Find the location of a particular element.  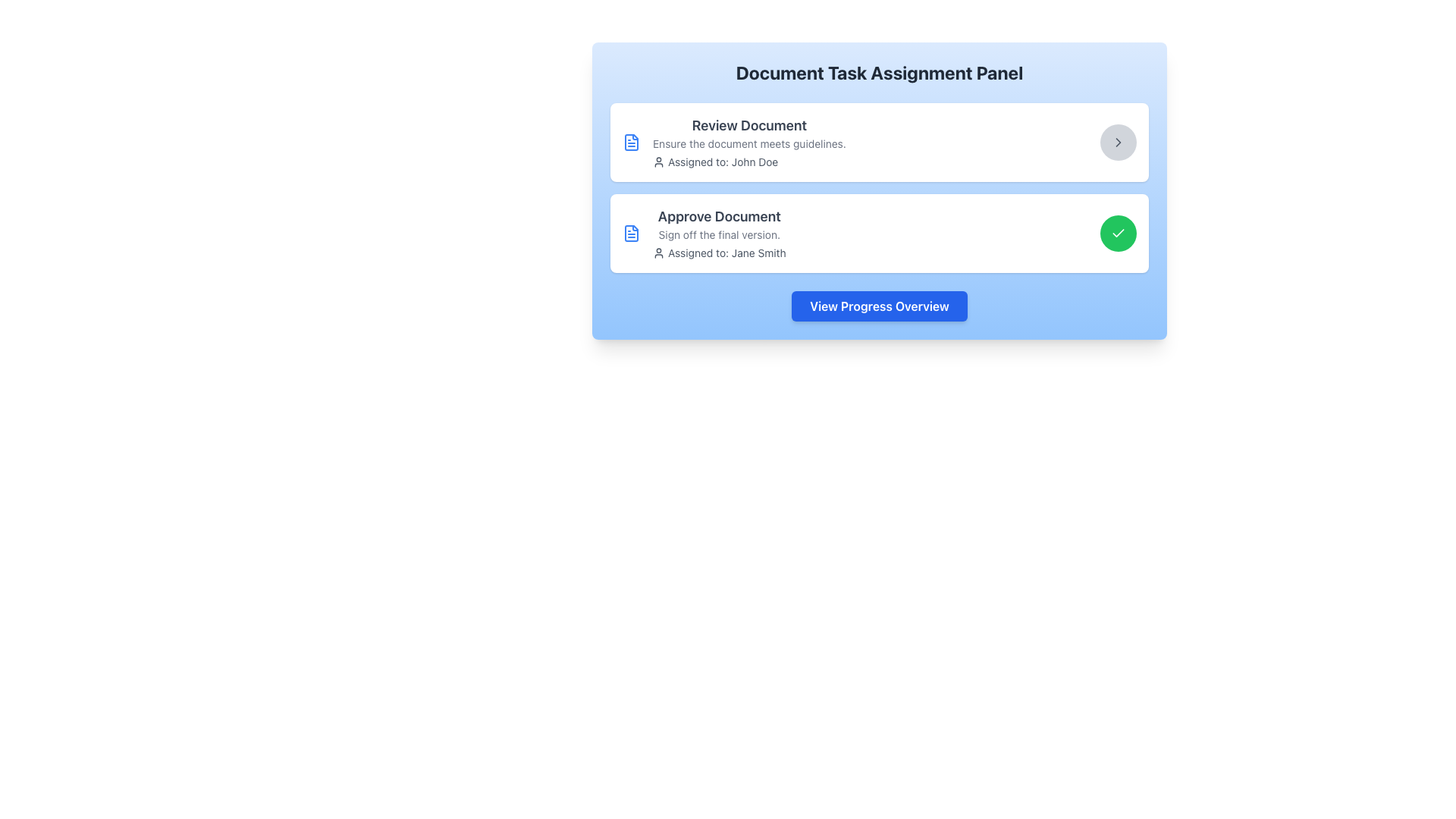

the assigned person indicated in the 'Approve Document' text block, which displays the details 'Assigned to: Jane Smith' is located at coordinates (718, 234).